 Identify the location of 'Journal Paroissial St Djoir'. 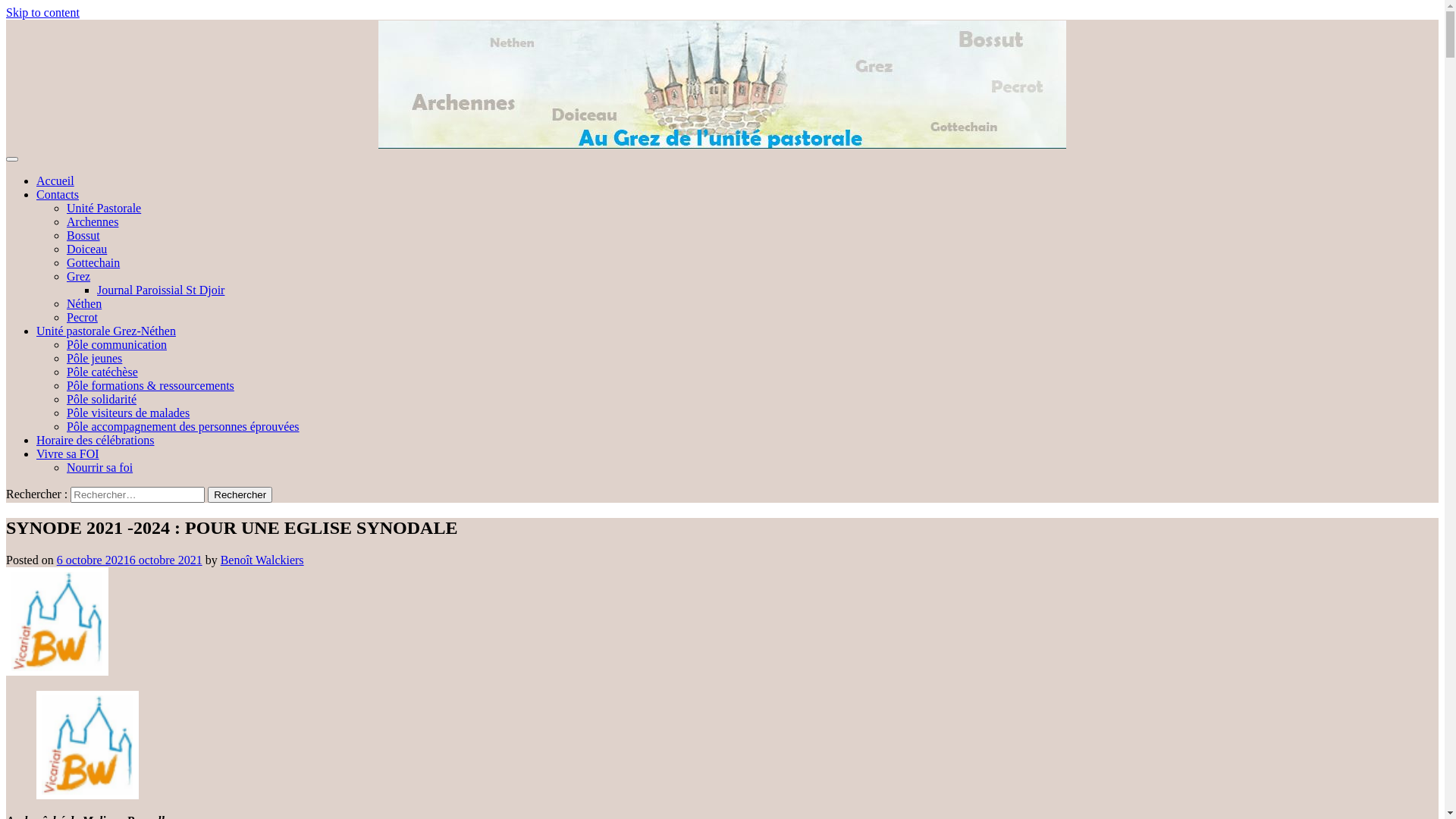
(96, 290).